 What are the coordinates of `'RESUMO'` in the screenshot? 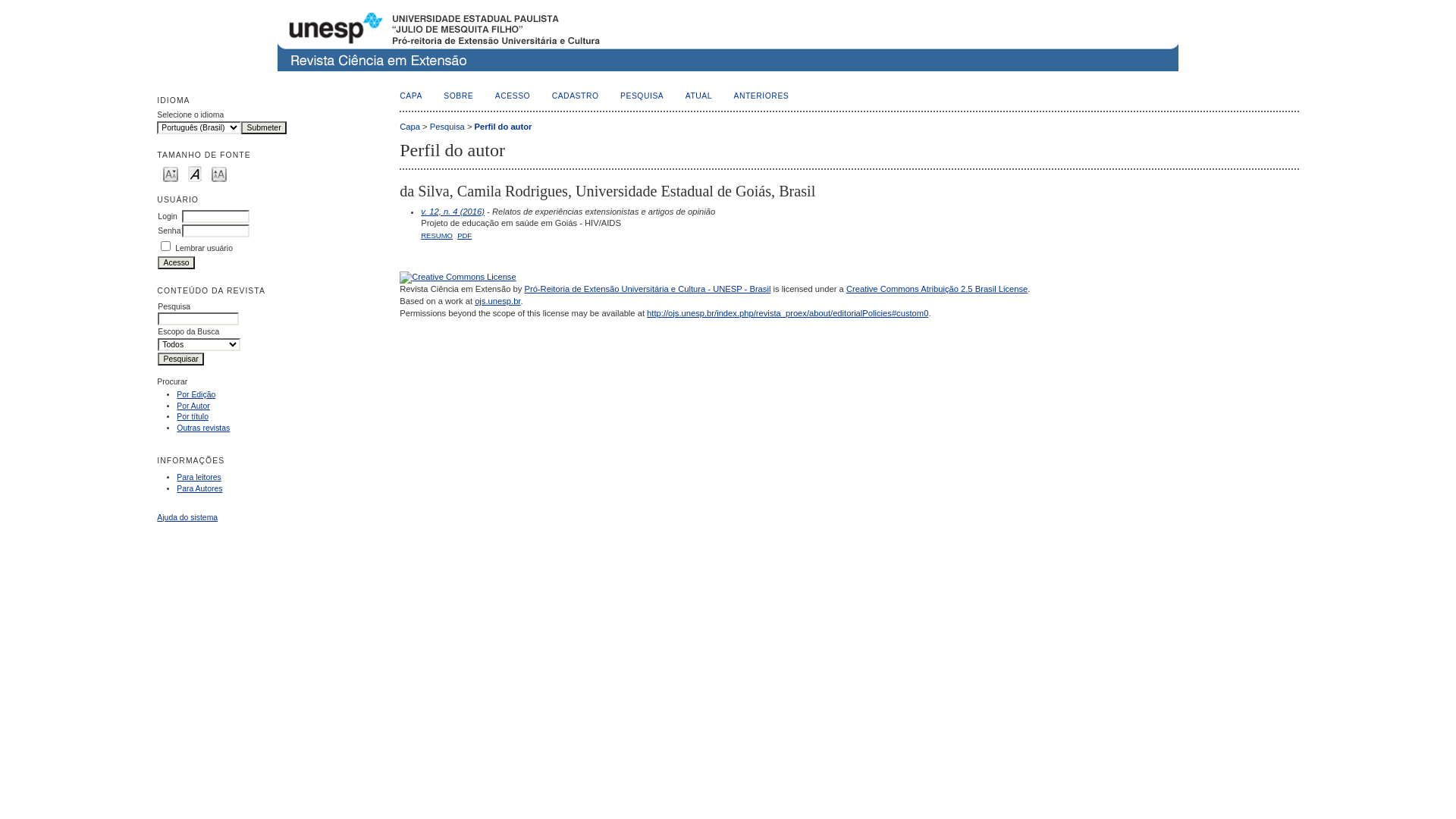 It's located at (436, 235).